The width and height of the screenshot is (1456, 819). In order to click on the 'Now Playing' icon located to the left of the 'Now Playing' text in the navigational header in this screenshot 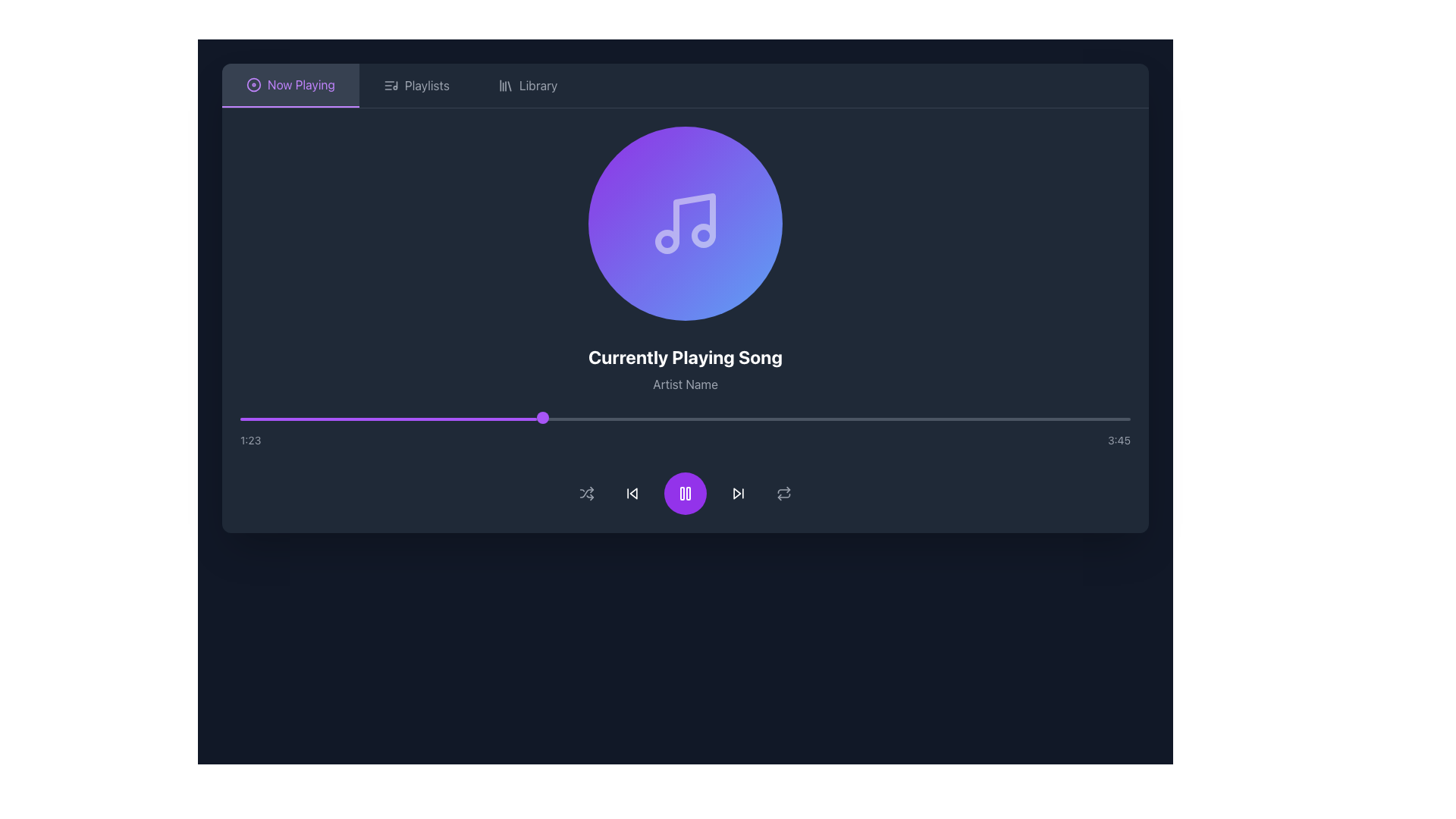, I will do `click(254, 84)`.